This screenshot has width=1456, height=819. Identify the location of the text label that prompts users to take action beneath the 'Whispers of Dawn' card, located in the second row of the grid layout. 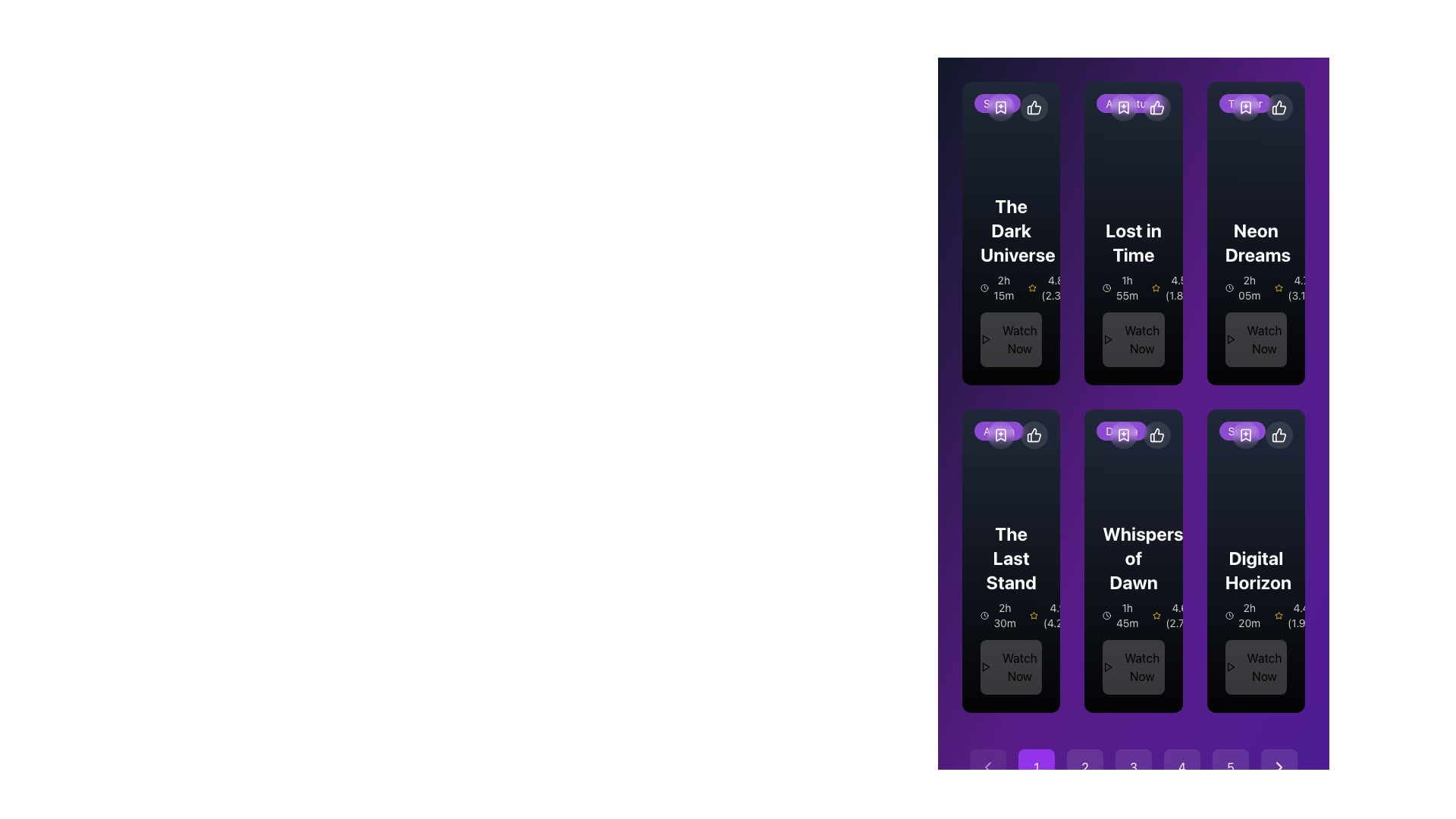
(1142, 666).